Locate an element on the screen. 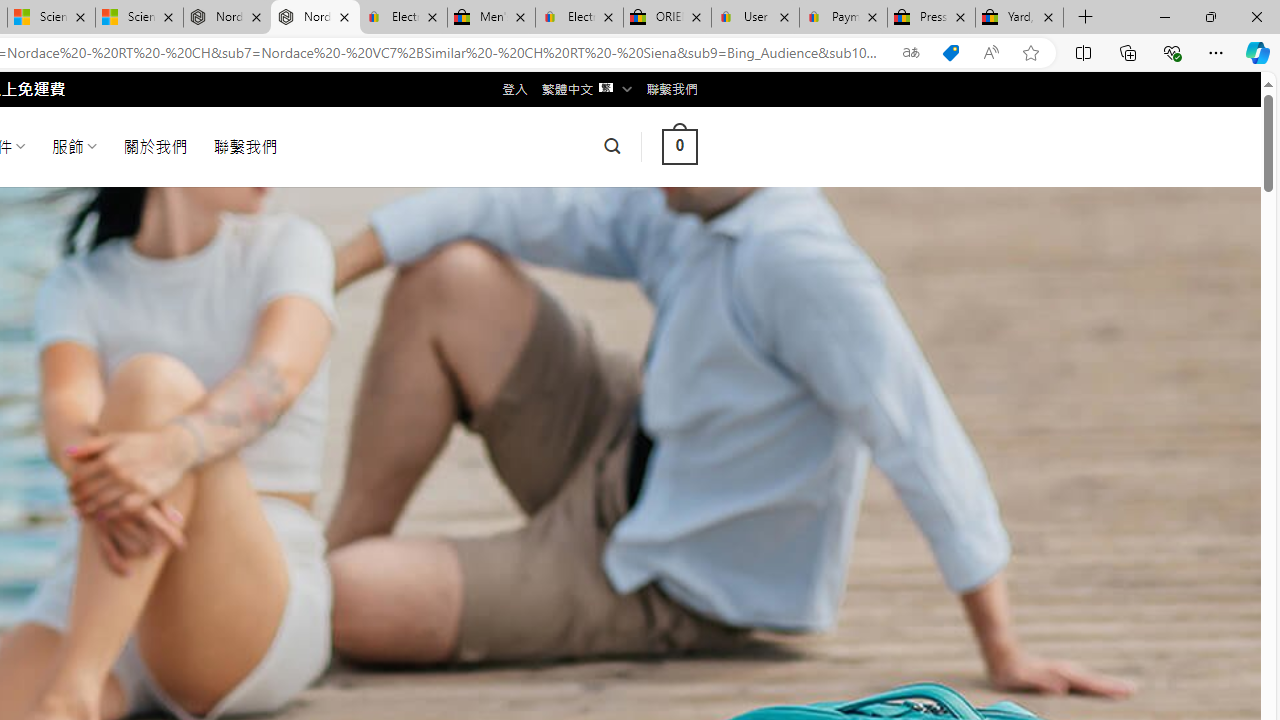 The width and height of the screenshot is (1280, 720). 'Payments Terms of Use | eBay.com' is located at coordinates (843, 17).